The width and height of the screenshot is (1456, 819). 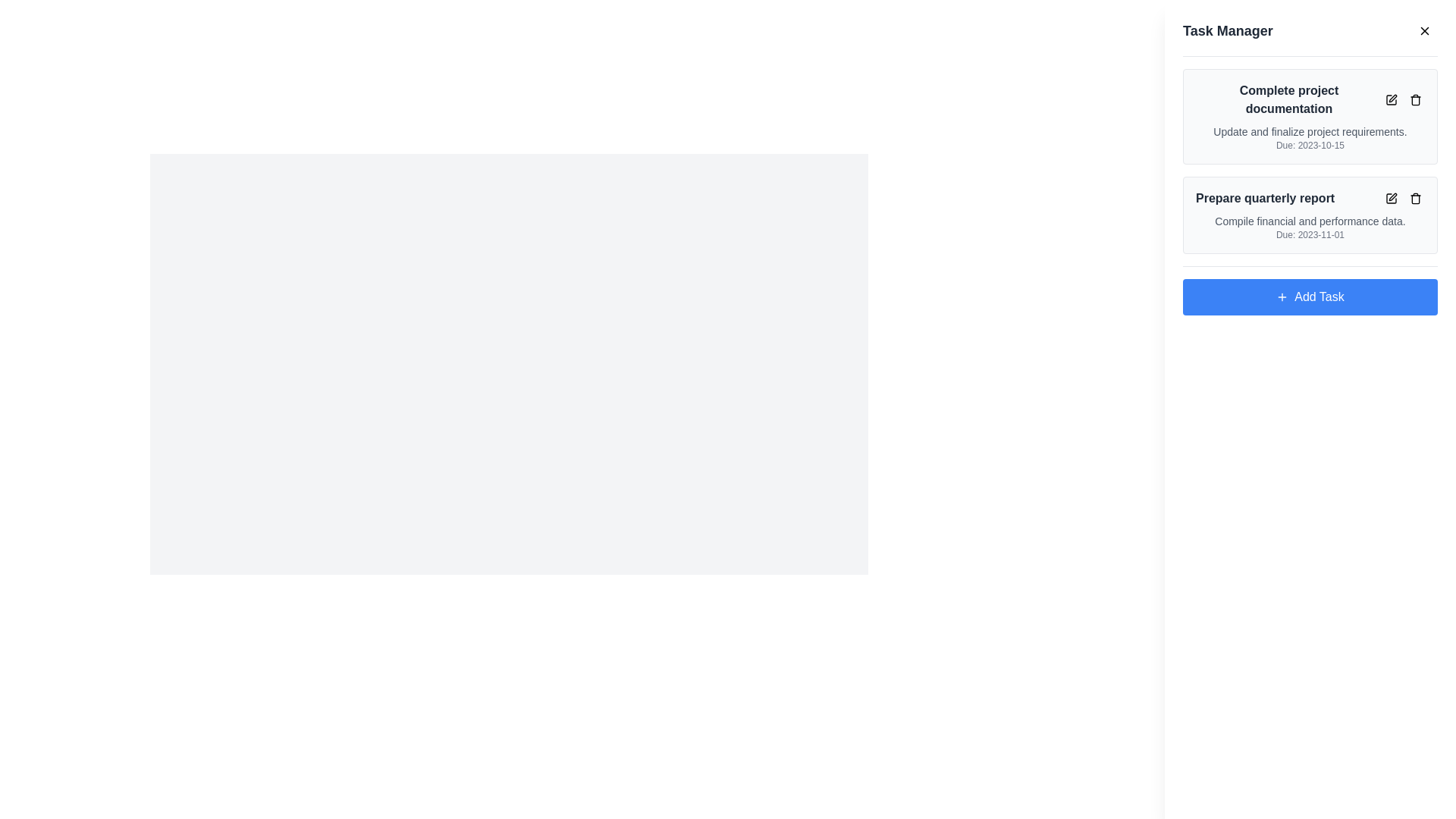 What do you see at coordinates (1423, 31) in the screenshot?
I see `the close button located in the top-right corner of the 'Task Manager' panel` at bounding box center [1423, 31].